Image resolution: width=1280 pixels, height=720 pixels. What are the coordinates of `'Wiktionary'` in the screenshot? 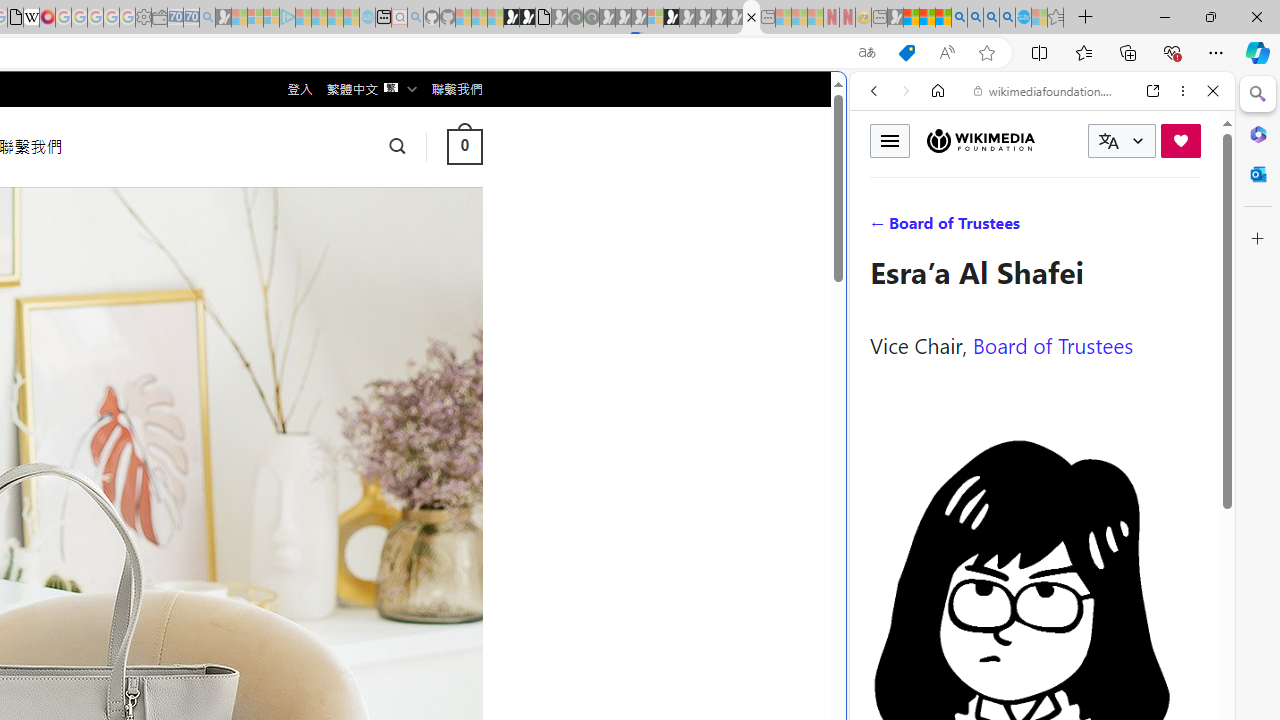 It's located at (1034, 669).